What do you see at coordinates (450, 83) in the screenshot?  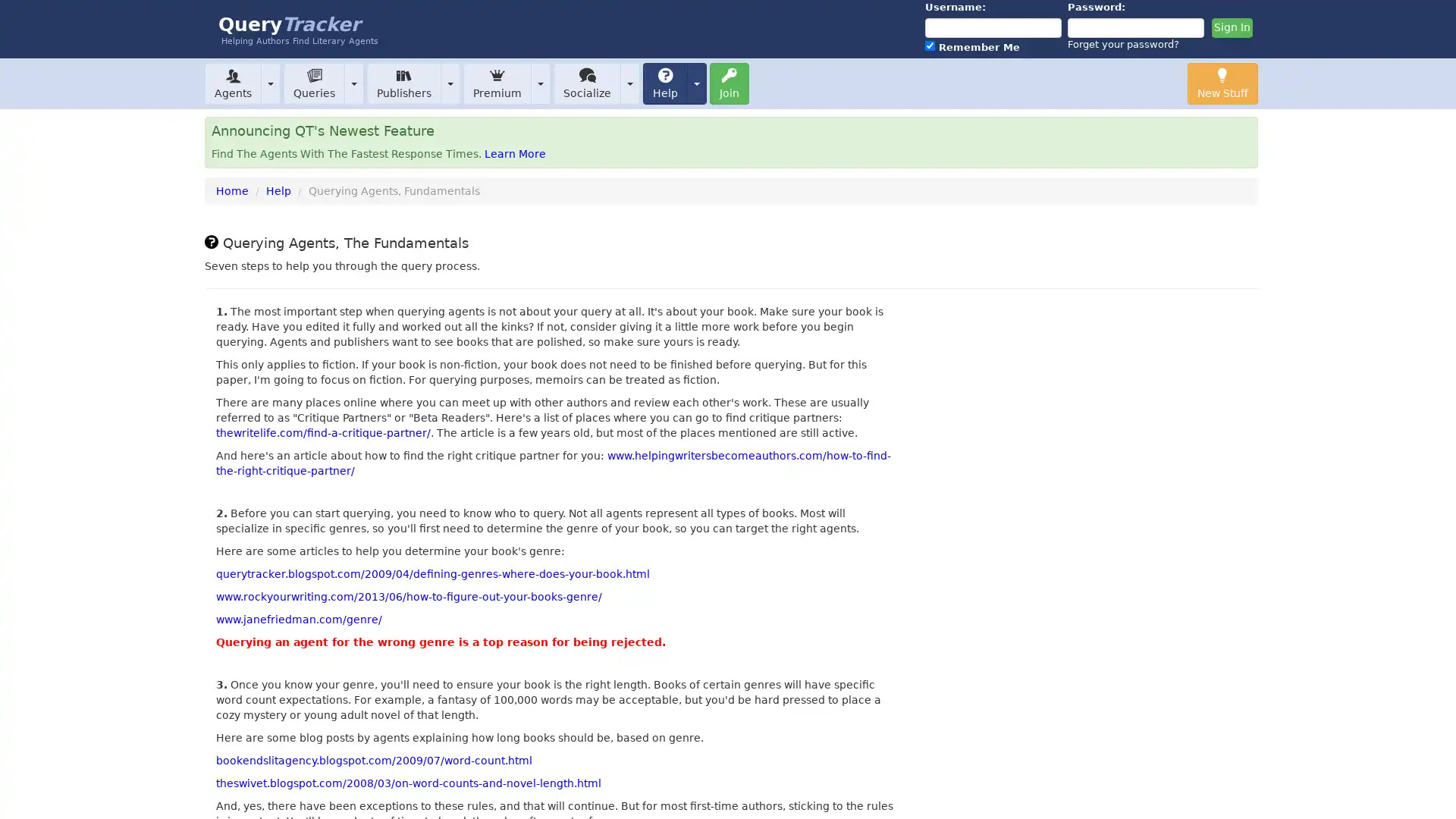 I see `Toggle Dropdown` at bounding box center [450, 83].